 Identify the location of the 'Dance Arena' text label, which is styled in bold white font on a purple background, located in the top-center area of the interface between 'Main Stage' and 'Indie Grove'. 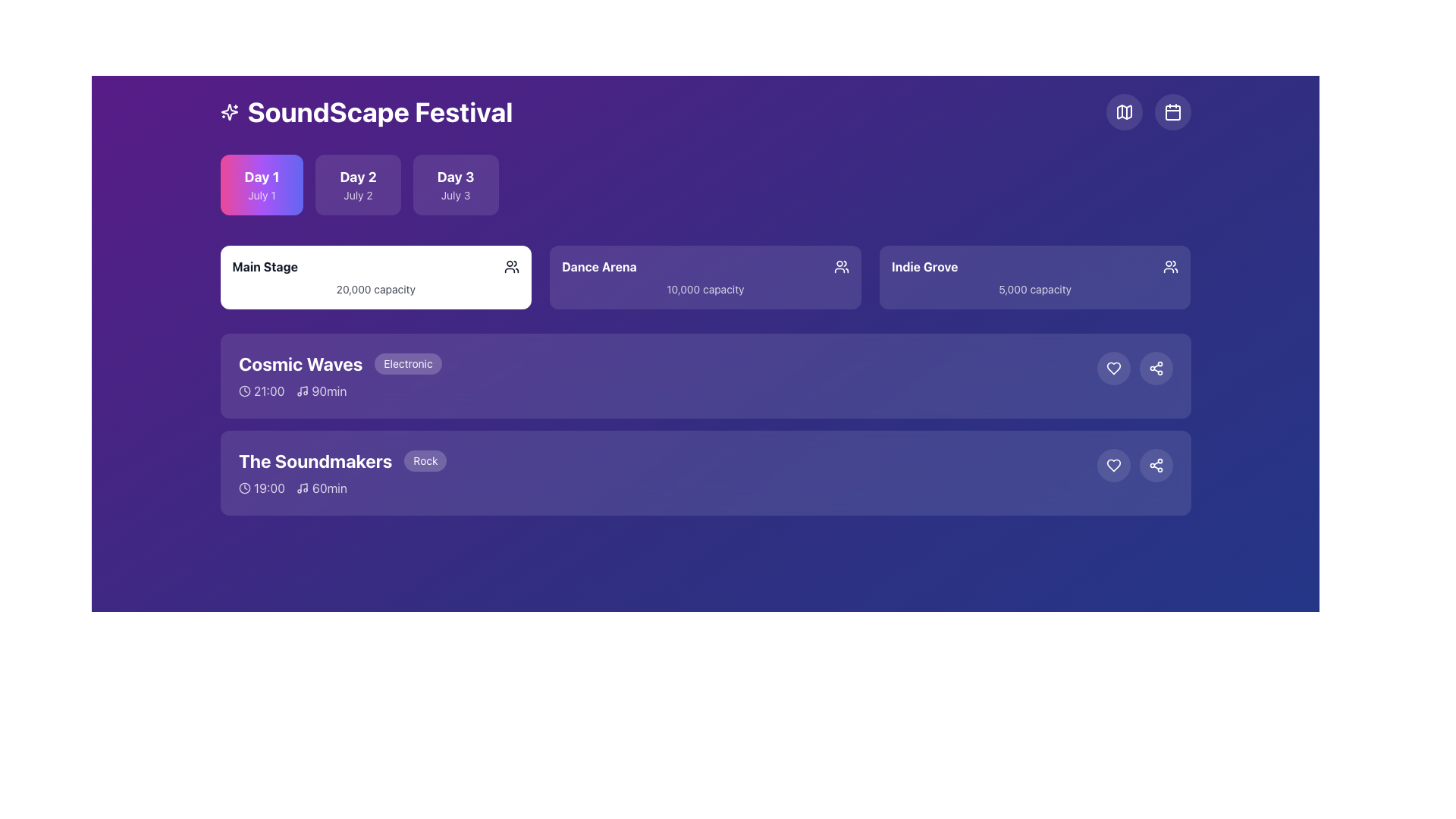
(598, 265).